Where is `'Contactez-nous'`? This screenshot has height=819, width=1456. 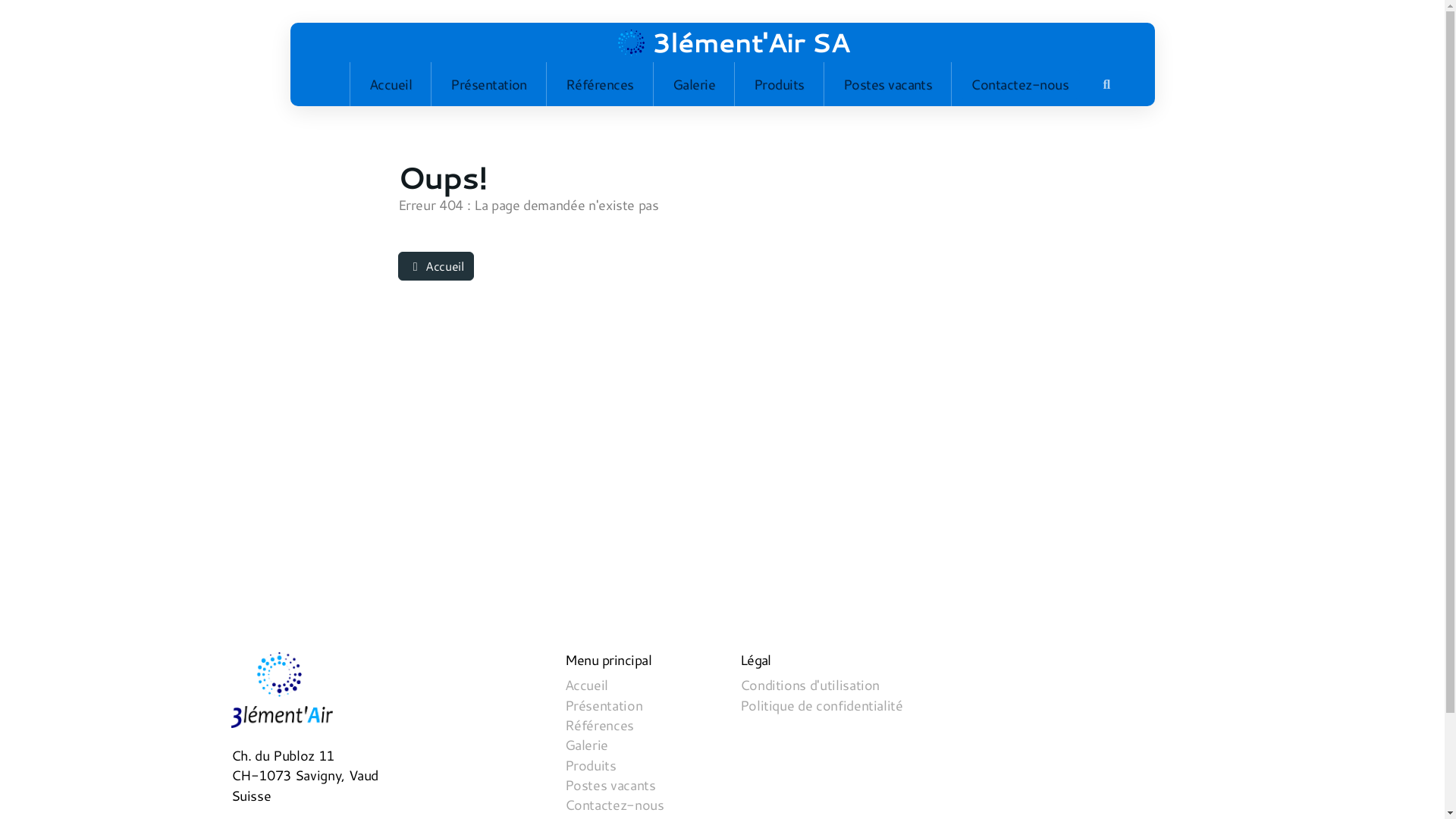 'Contactez-nous' is located at coordinates (1019, 84).